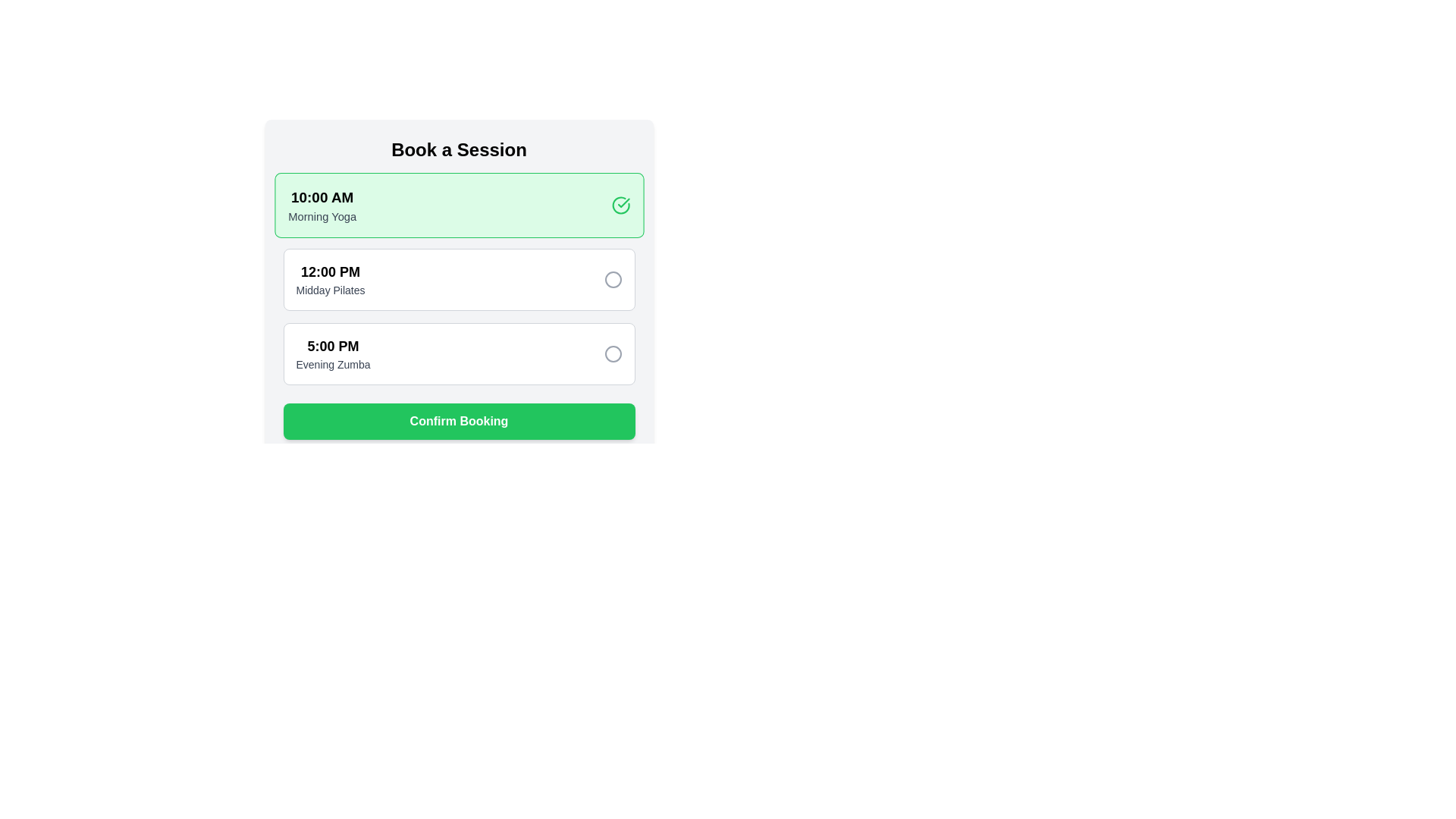  Describe the element at coordinates (330, 280) in the screenshot. I see `the Text Display with Multiple Lines that shows '12:00 PM' and 'Midday Pilates'` at that location.